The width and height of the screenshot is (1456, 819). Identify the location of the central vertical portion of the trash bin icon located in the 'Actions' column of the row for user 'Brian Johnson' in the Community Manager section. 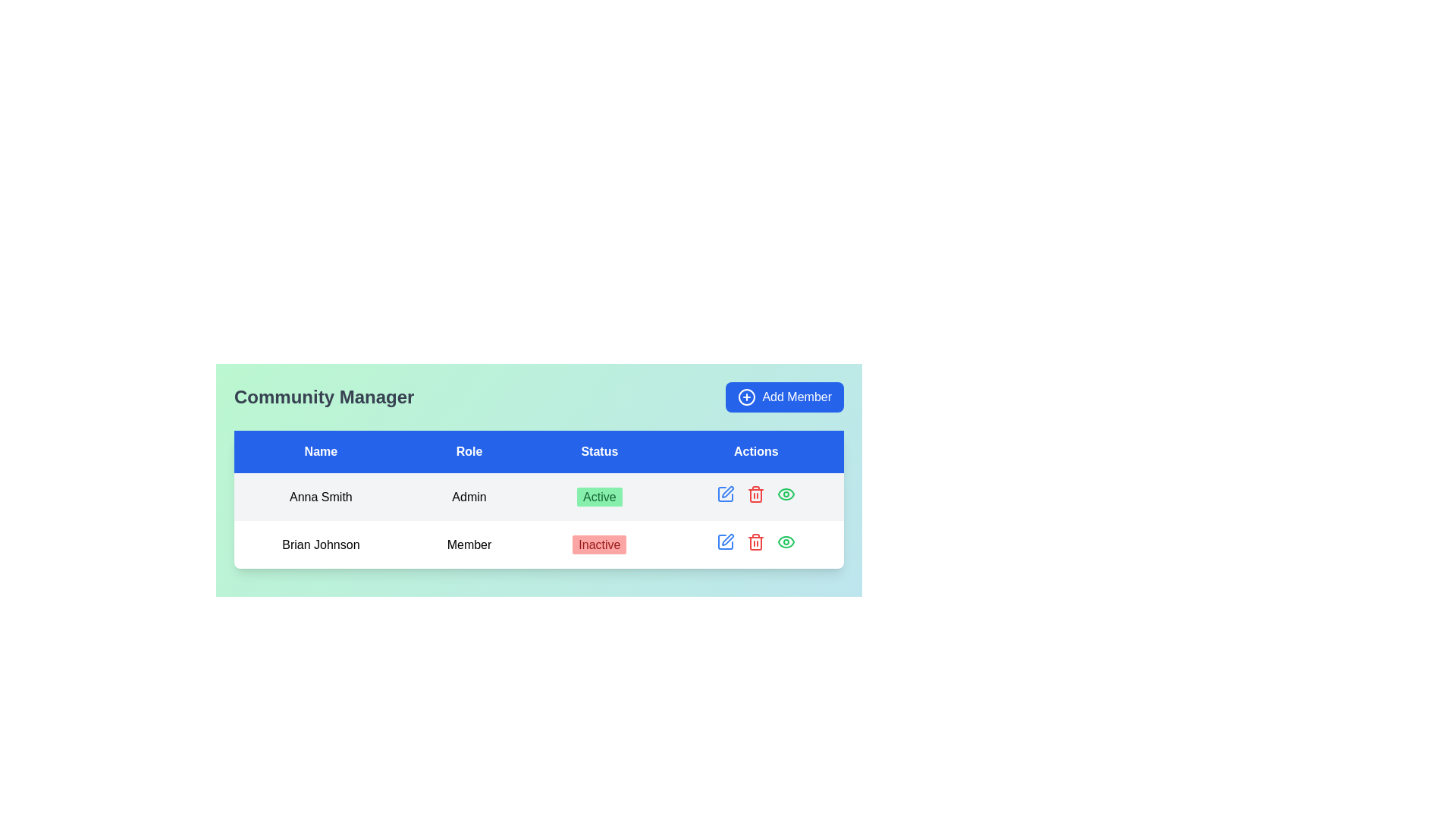
(756, 496).